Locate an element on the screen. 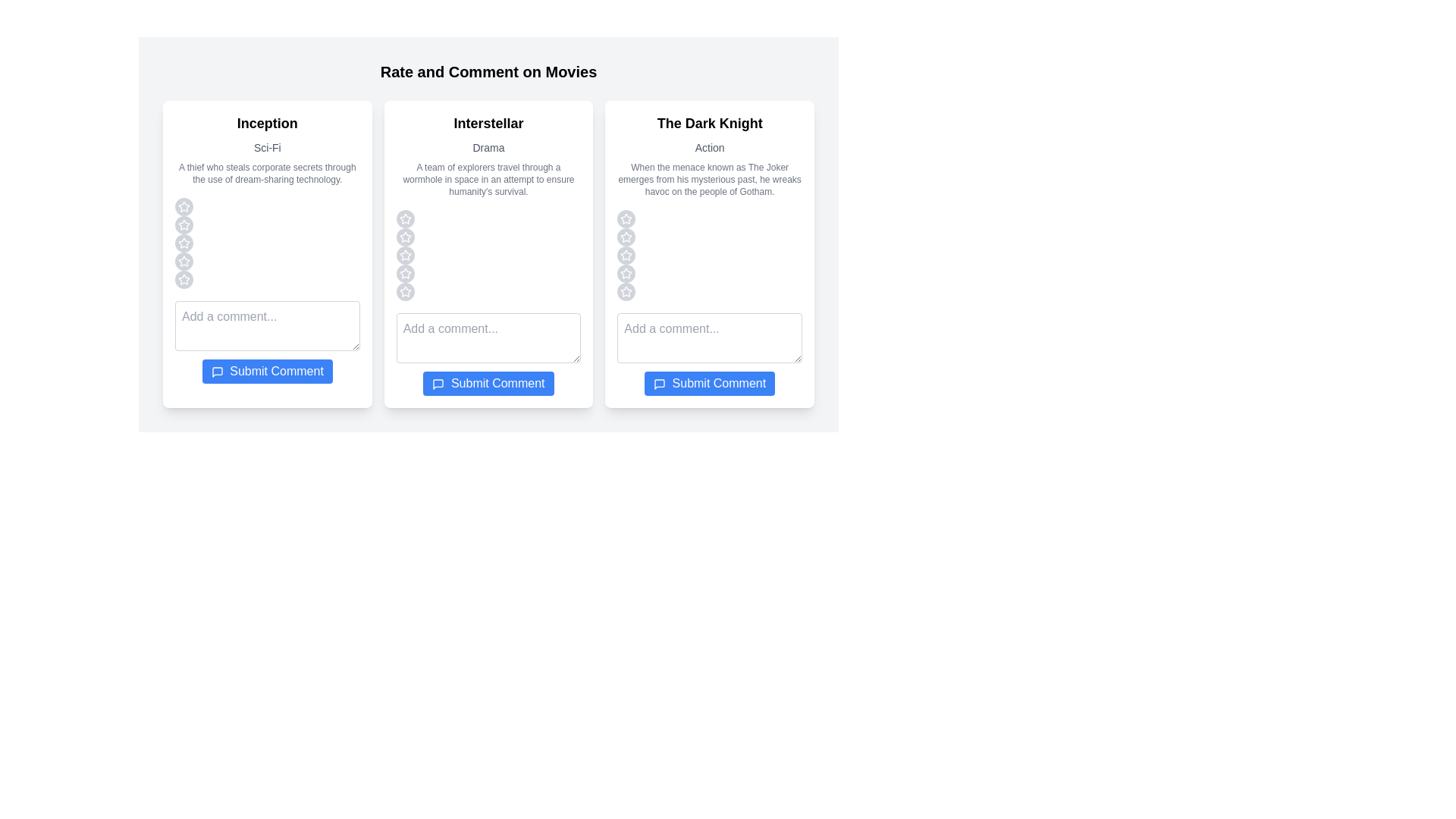 The height and width of the screenshot is (819, 1456). the star corresponding to the rating 5 for the movie Inception is located at coordinates (184, 280).